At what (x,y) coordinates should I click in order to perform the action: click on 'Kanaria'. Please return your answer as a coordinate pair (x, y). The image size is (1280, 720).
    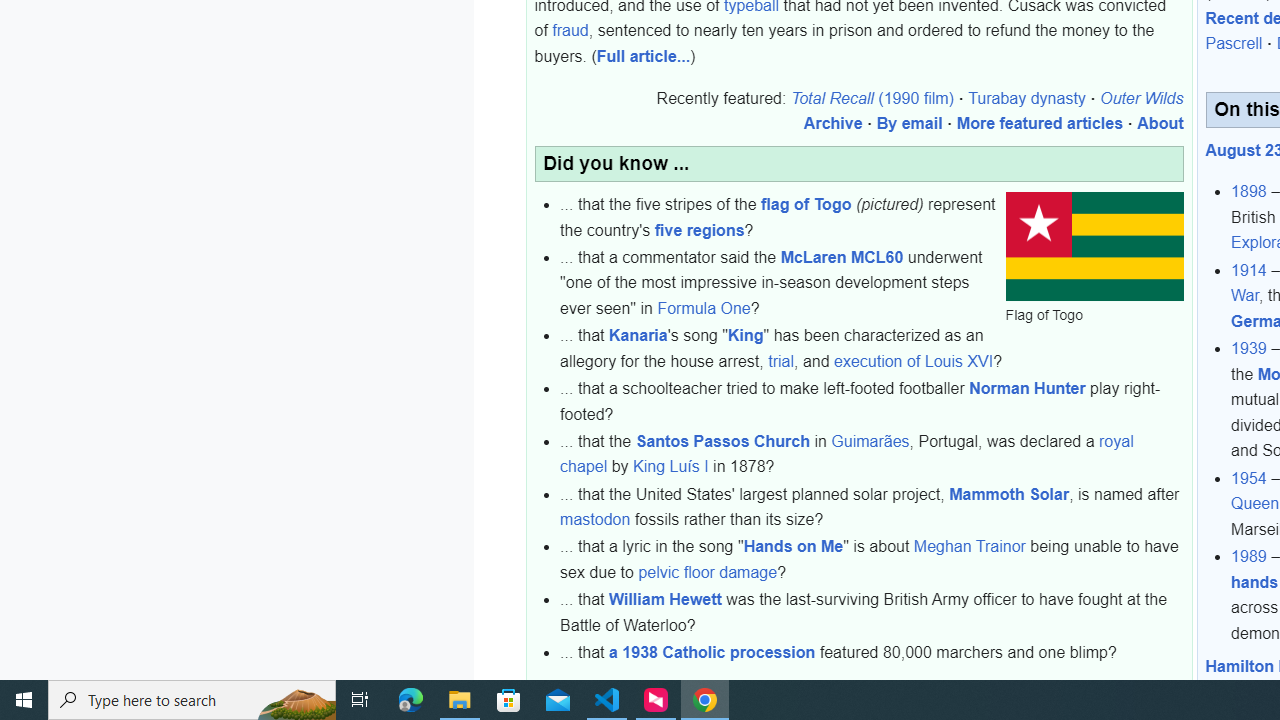
    Looking at the image, I should click on (637, 334).